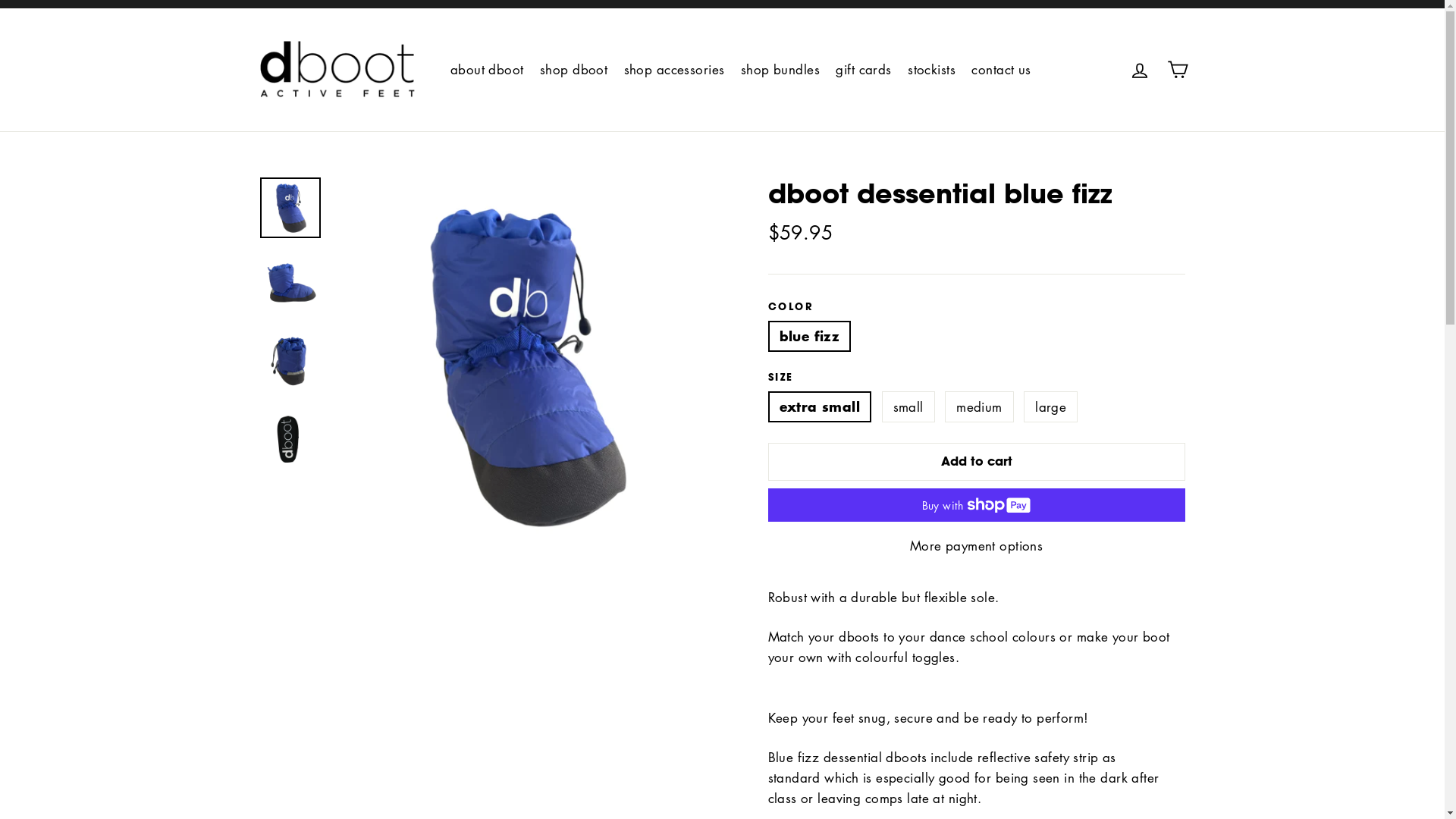 This screenshot has width=1456, height=819. What do you see at coordinates (975, 544) in the screenshot?
I see `'More payment options'` at bounding box center [975, 544].